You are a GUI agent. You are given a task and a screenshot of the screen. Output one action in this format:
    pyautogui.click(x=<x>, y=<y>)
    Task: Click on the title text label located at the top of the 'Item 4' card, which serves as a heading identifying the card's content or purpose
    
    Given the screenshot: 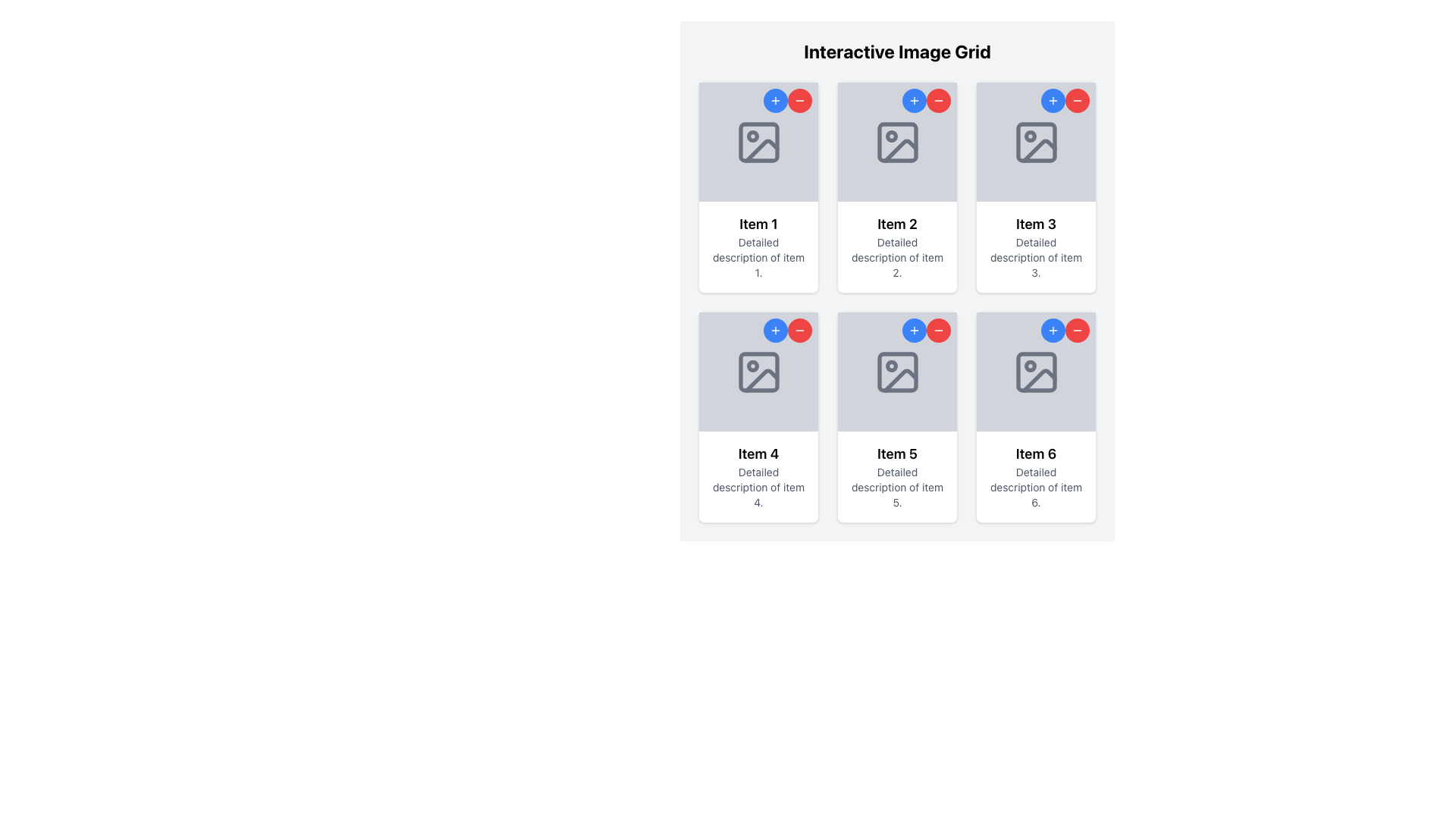 What is the action you would take?
    pyautogui.click(x=758, y=453)
    